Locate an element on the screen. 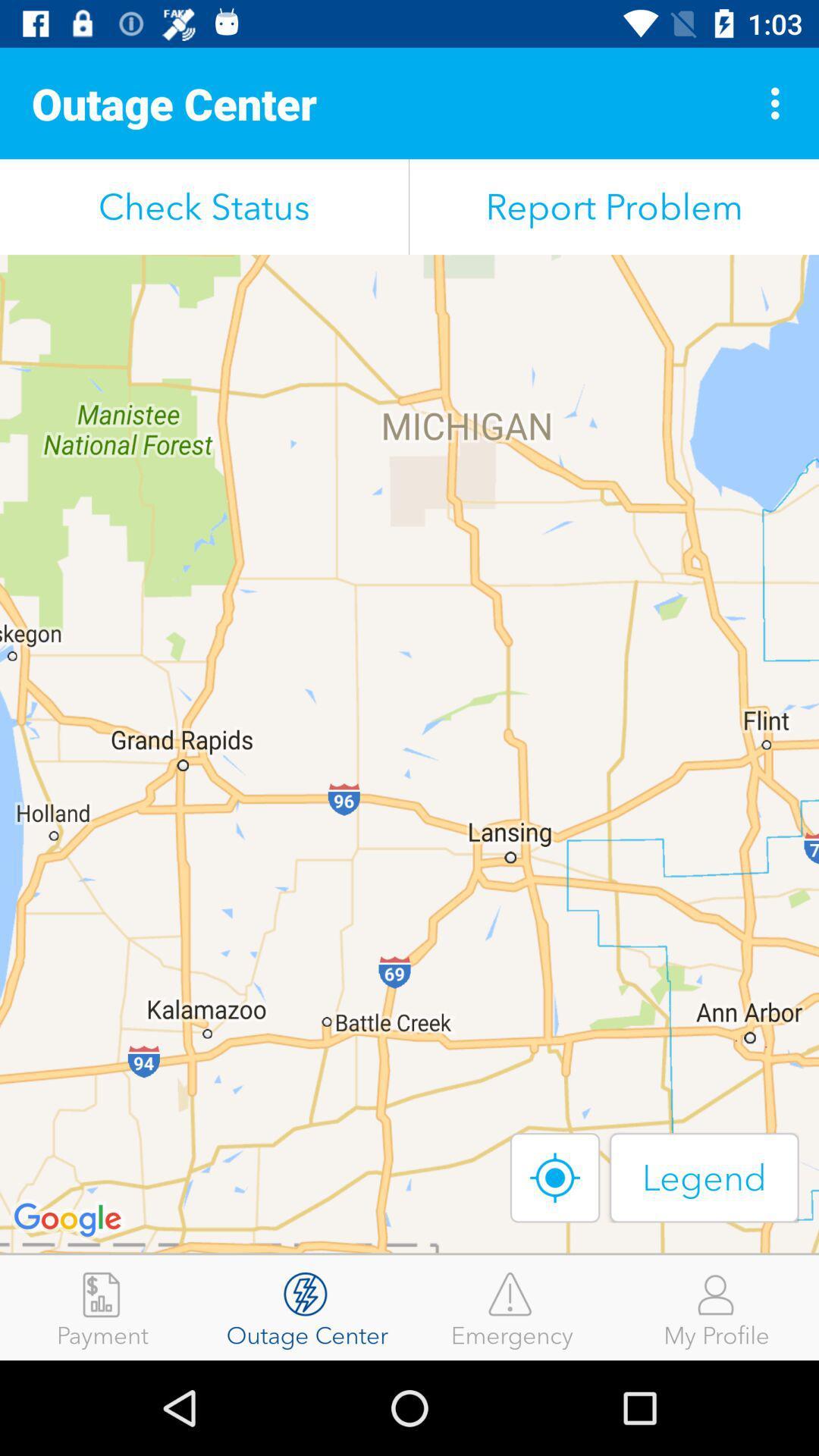  legend button is located at coordinates (704, 1177).